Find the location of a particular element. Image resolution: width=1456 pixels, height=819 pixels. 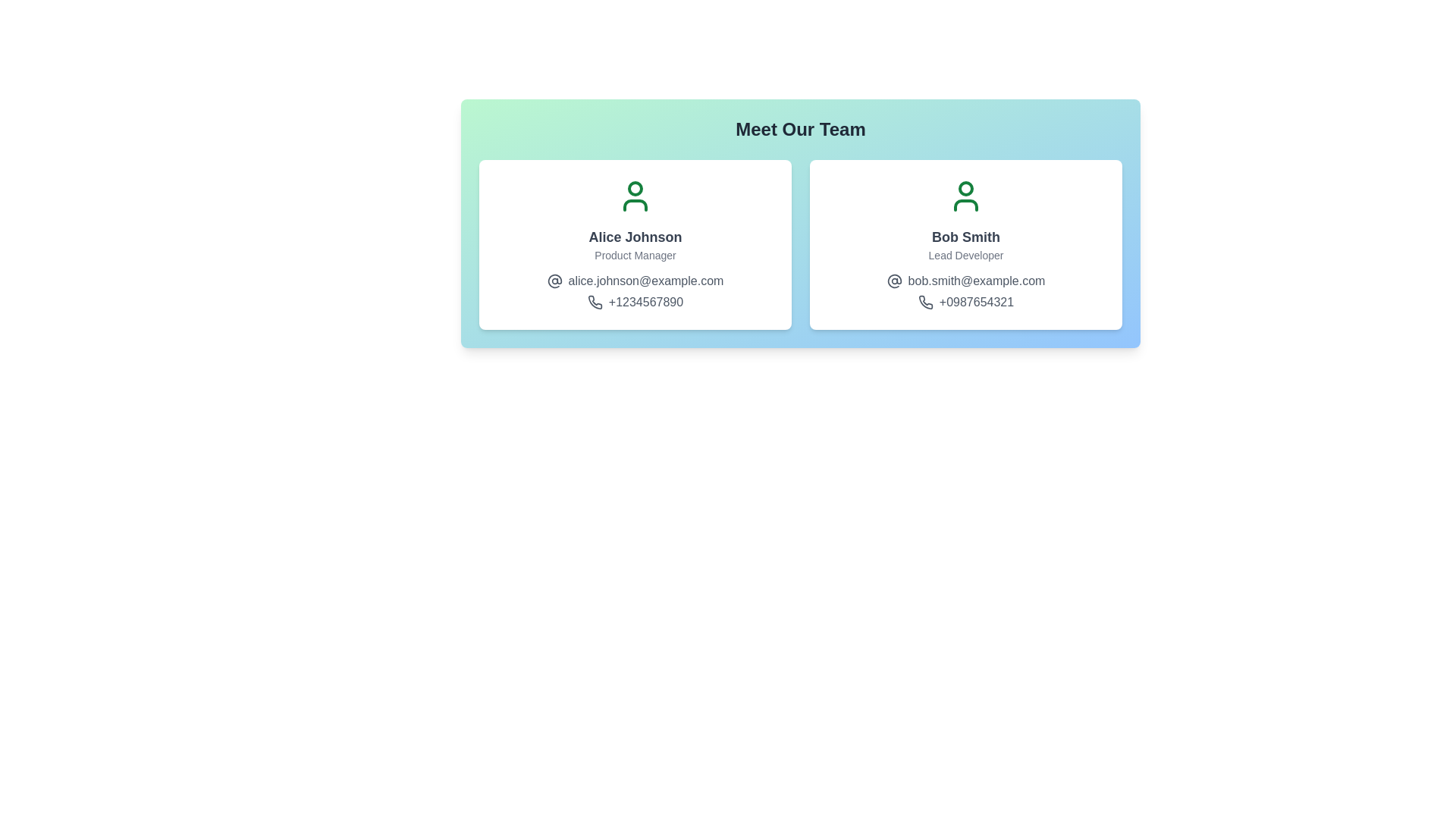

the phone icon, which is a simple outline of a telephone receiver, located to the left of the phone number text in the contact information section of Alice Johnson's profile card is located at coordinates (594, 302).